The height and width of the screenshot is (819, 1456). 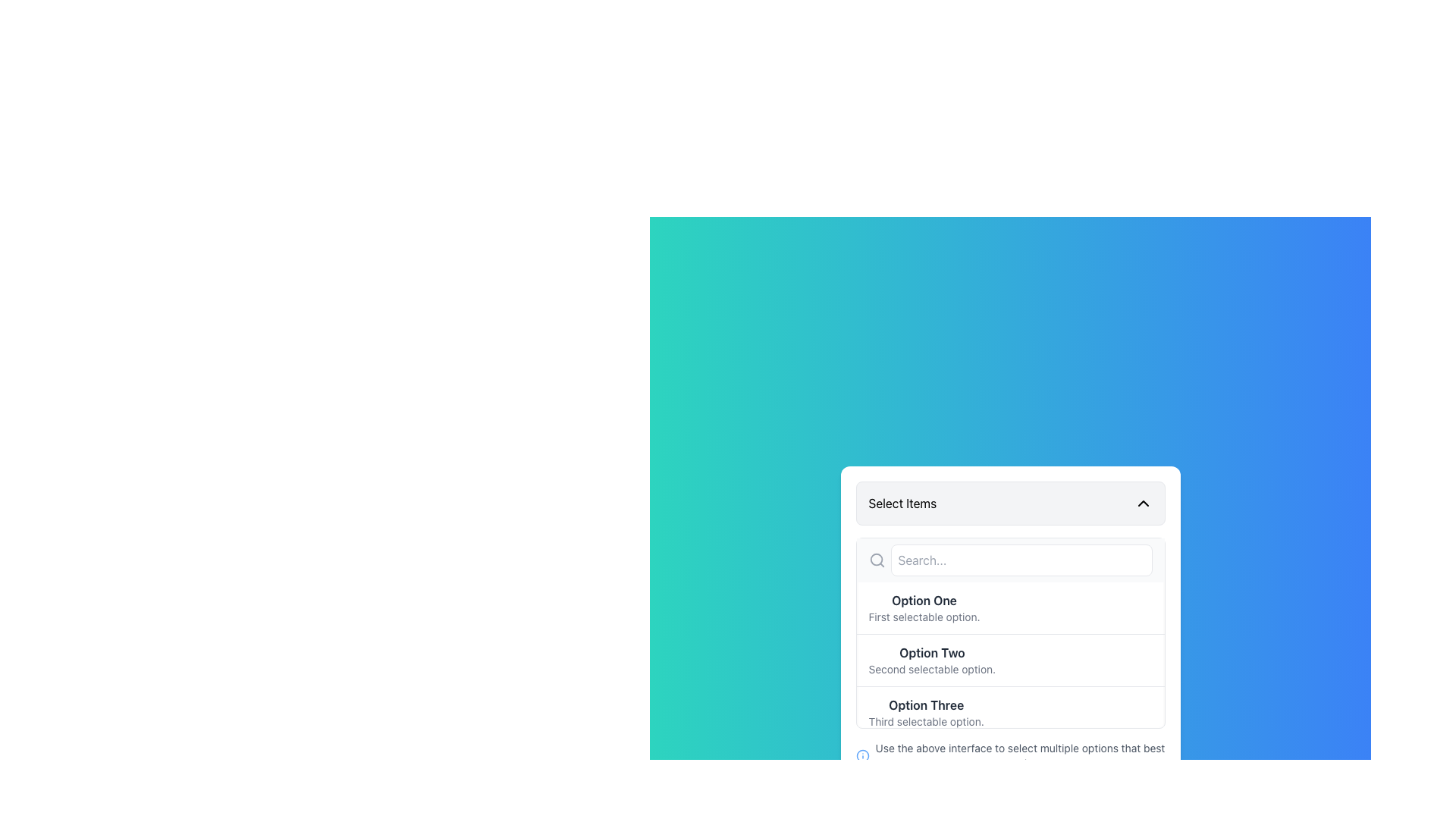 What do you see at coordinates (862, 755) in the screenshot?
I see `the outermost SVG circle with a blue stroke that is part of an information icon in the bottom right quadrant` at bounding box center [862, 755].